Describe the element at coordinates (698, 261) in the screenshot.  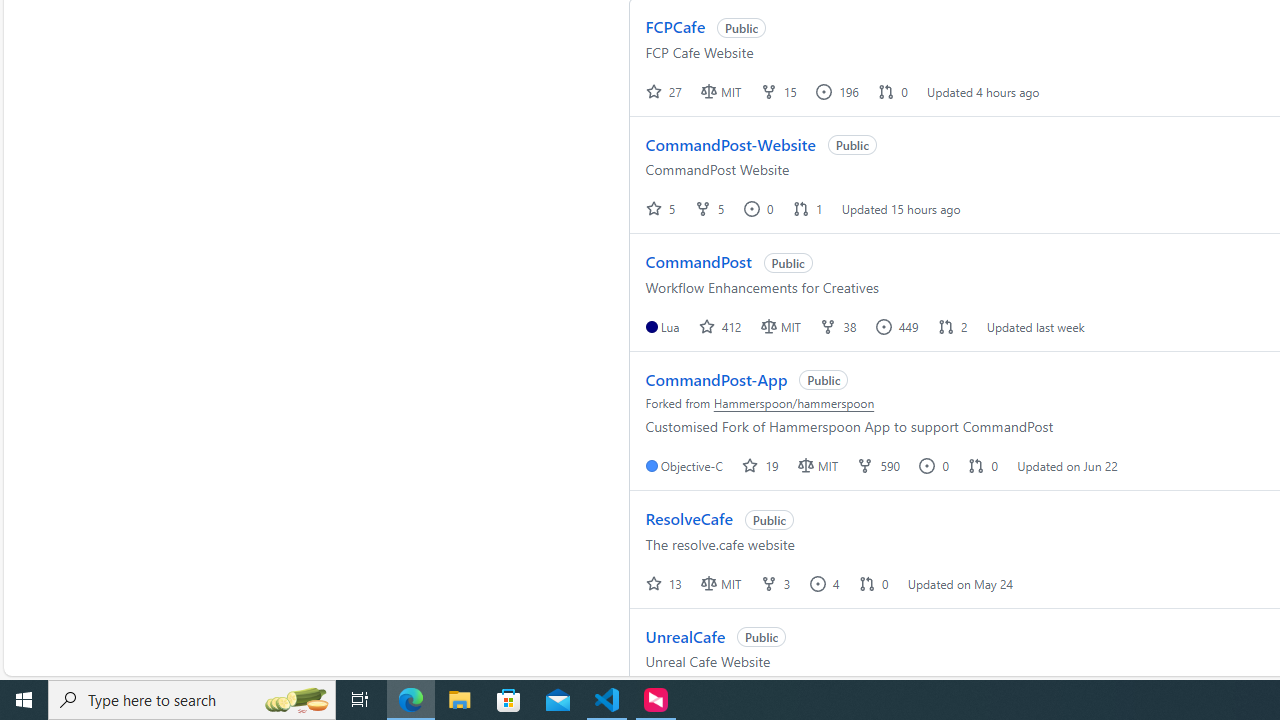
I see `'CommandPost'` at that location.